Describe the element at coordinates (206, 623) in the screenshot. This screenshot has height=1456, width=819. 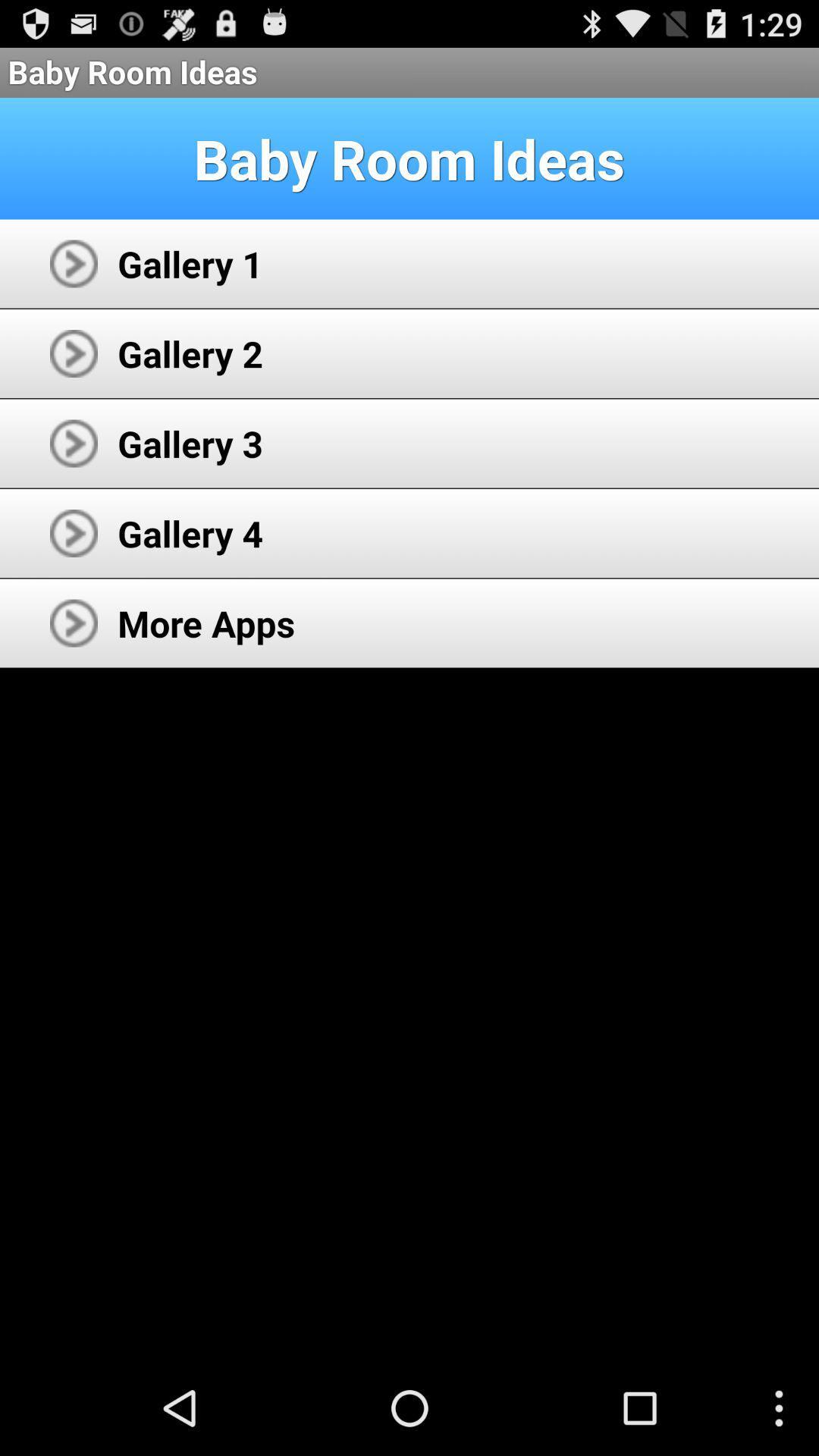
I see `app below gallery 4 item` at that location.